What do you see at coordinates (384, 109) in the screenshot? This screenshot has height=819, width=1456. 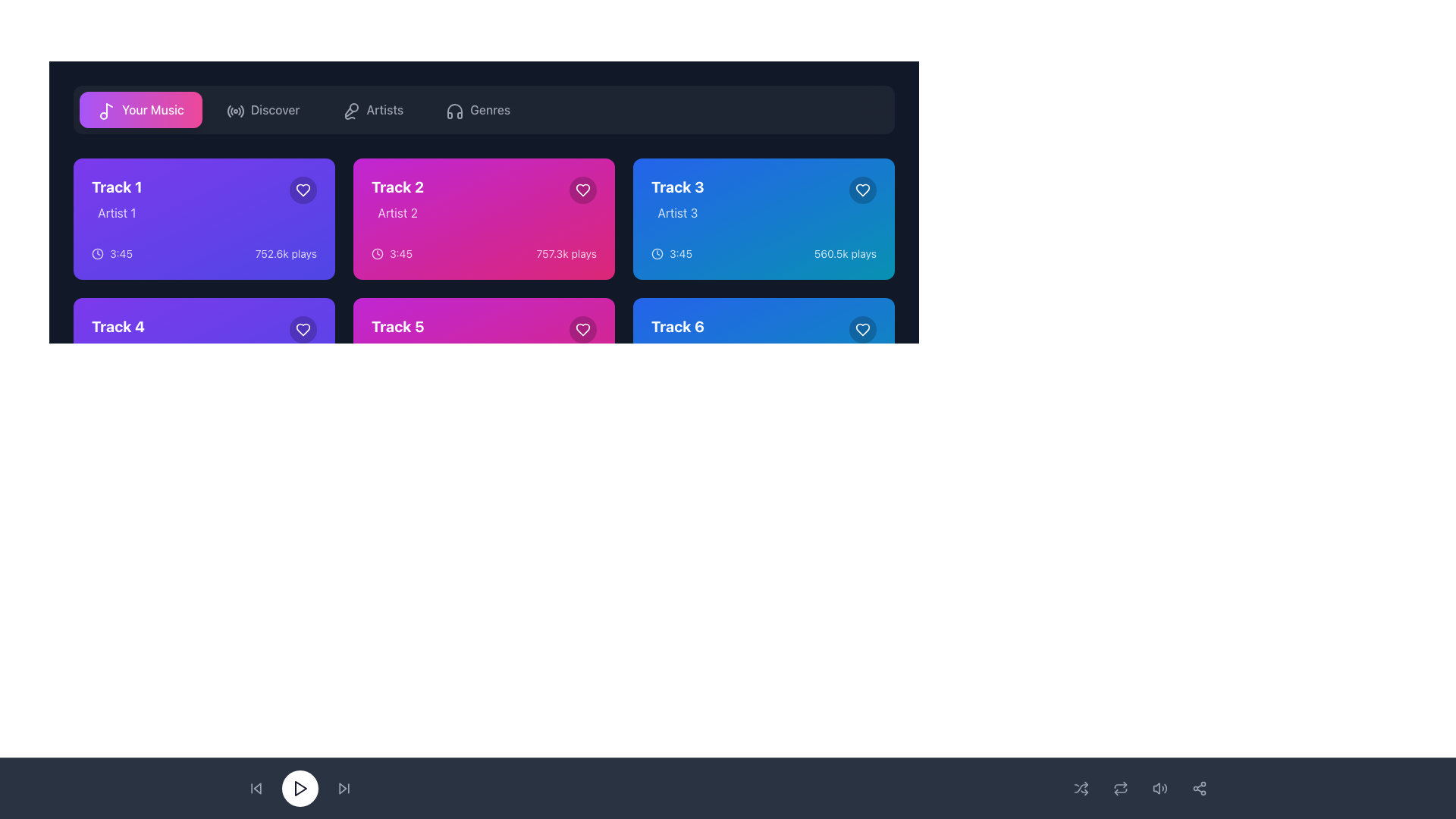 I see `the 'Artists' navigation button in the upper third of the interface` at bounding box center [384, 109].